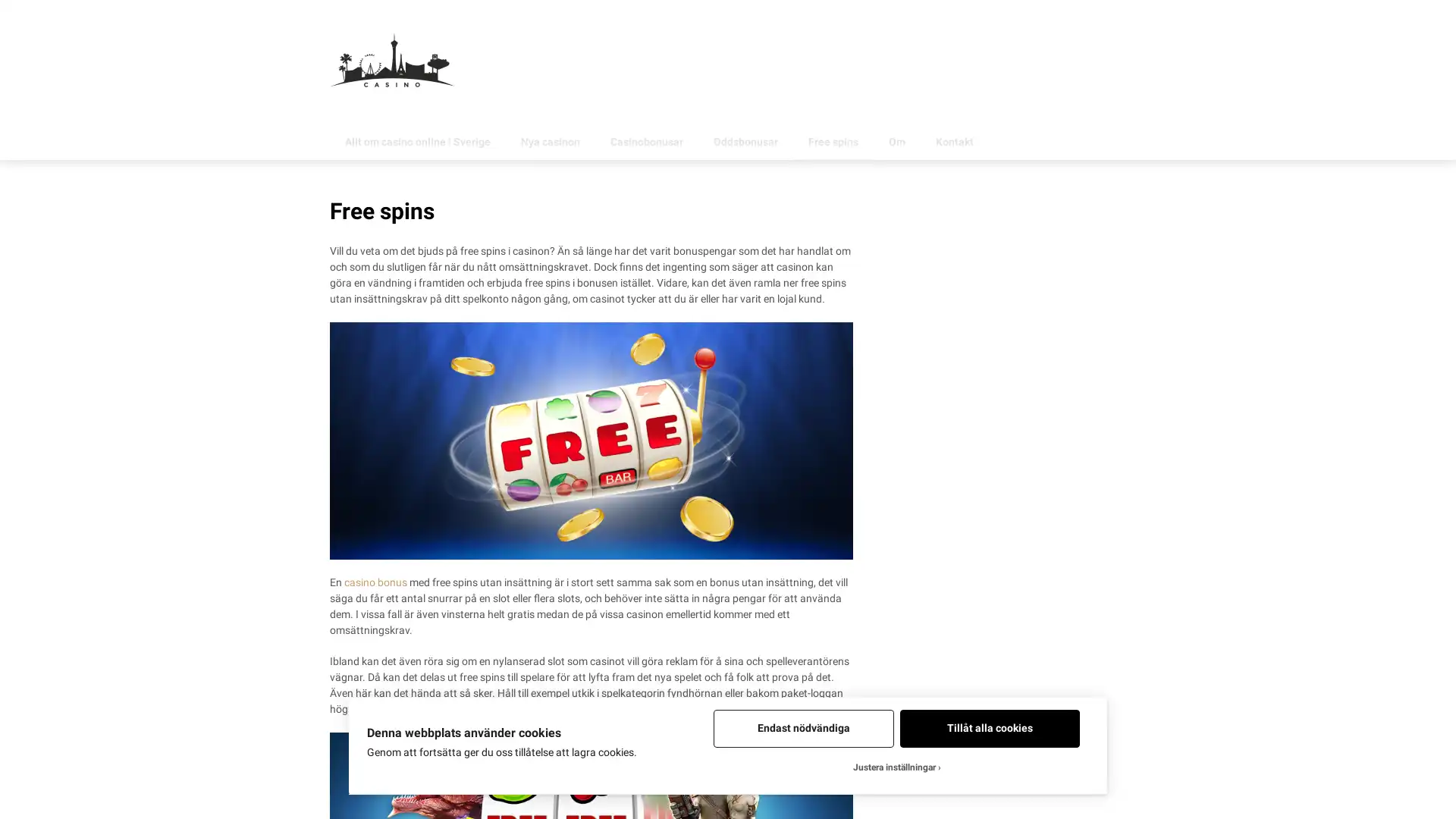 This screenshot has width=1456, height=819. What do you see at coordinates (896, 767) in the screenshot?
I see `Justera installningar` at bounding box center [896, 767].